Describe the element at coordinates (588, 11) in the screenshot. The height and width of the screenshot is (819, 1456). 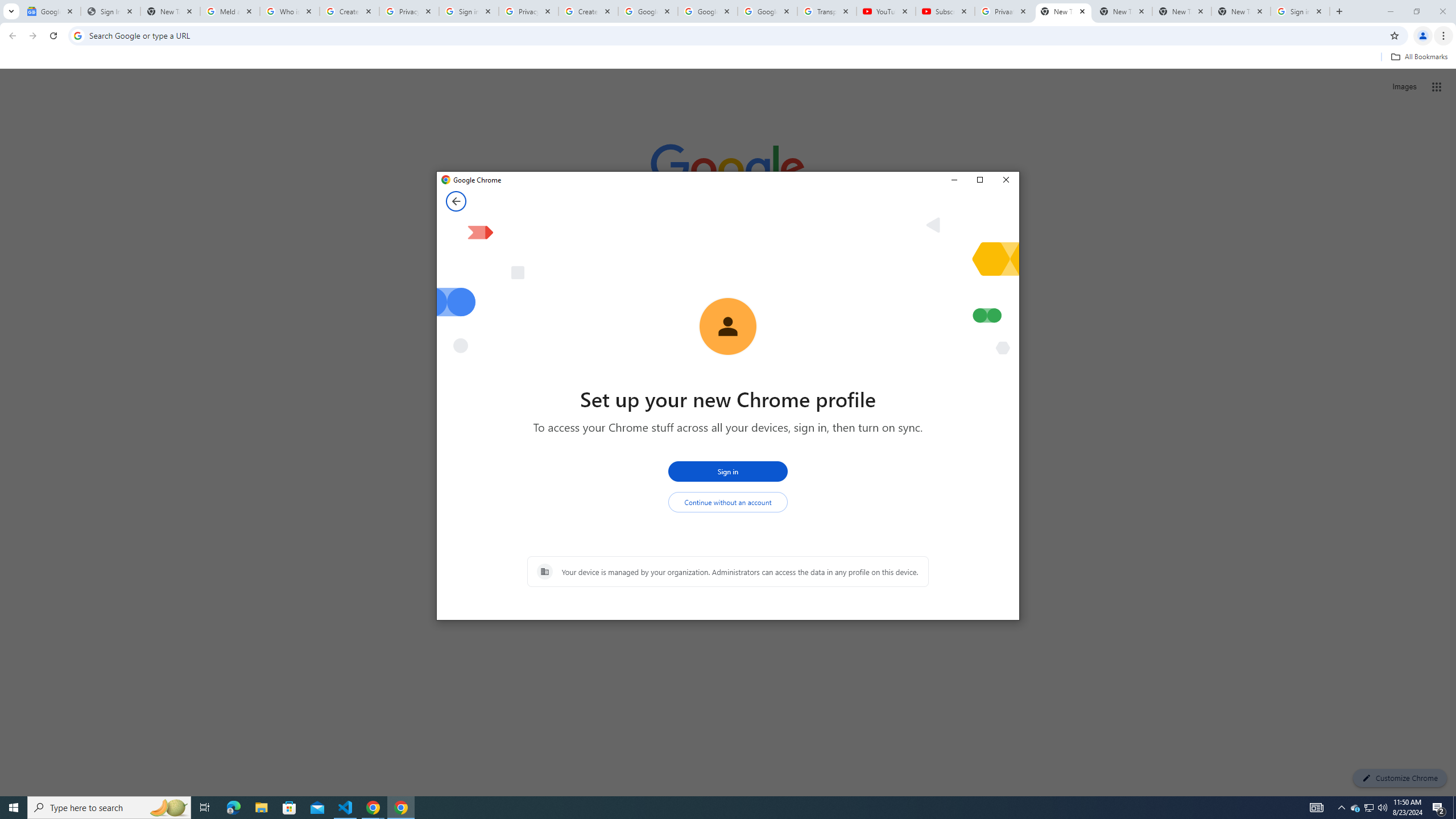
I see `'Create your Google Account'` at that location.